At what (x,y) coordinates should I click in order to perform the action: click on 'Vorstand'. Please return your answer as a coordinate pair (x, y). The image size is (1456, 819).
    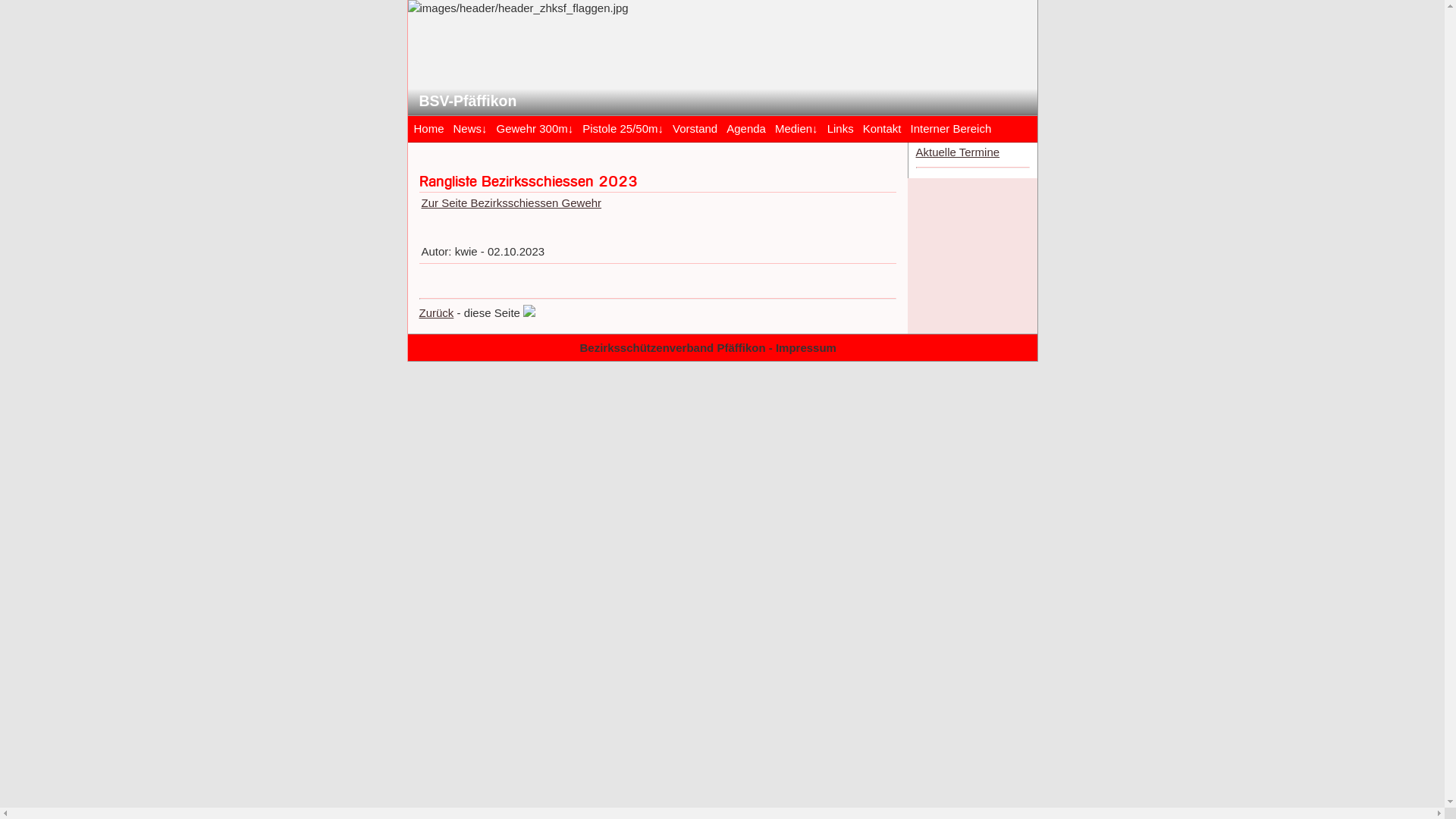
    Looking at the image, I should click on (667, 127).